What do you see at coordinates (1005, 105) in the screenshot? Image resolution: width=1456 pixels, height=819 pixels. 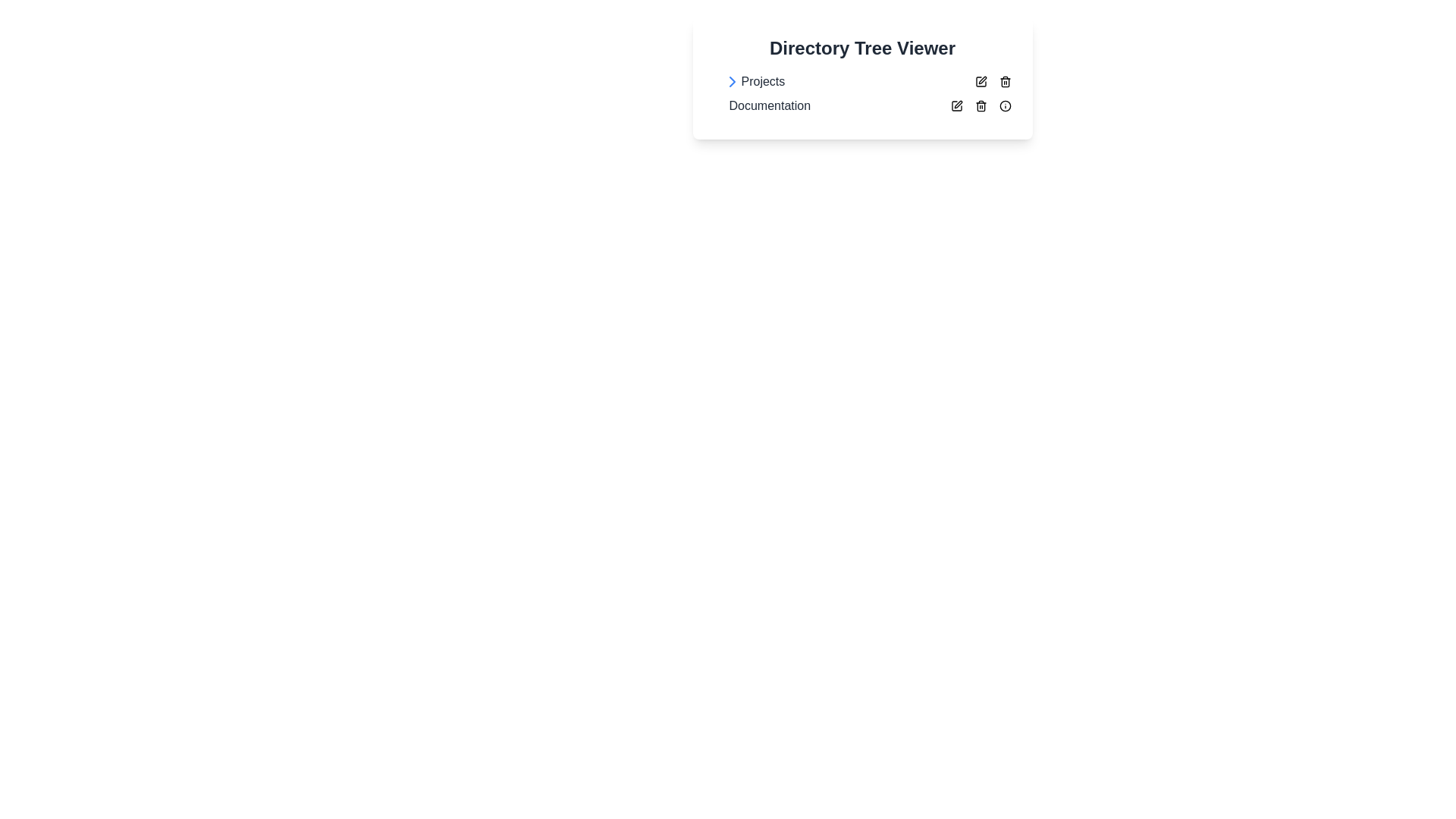 I see `the information icon, which is the last element in the row of action items in the top-right section of the 'Directory Tree Viewer' card` at bounding box center [1005, 105].